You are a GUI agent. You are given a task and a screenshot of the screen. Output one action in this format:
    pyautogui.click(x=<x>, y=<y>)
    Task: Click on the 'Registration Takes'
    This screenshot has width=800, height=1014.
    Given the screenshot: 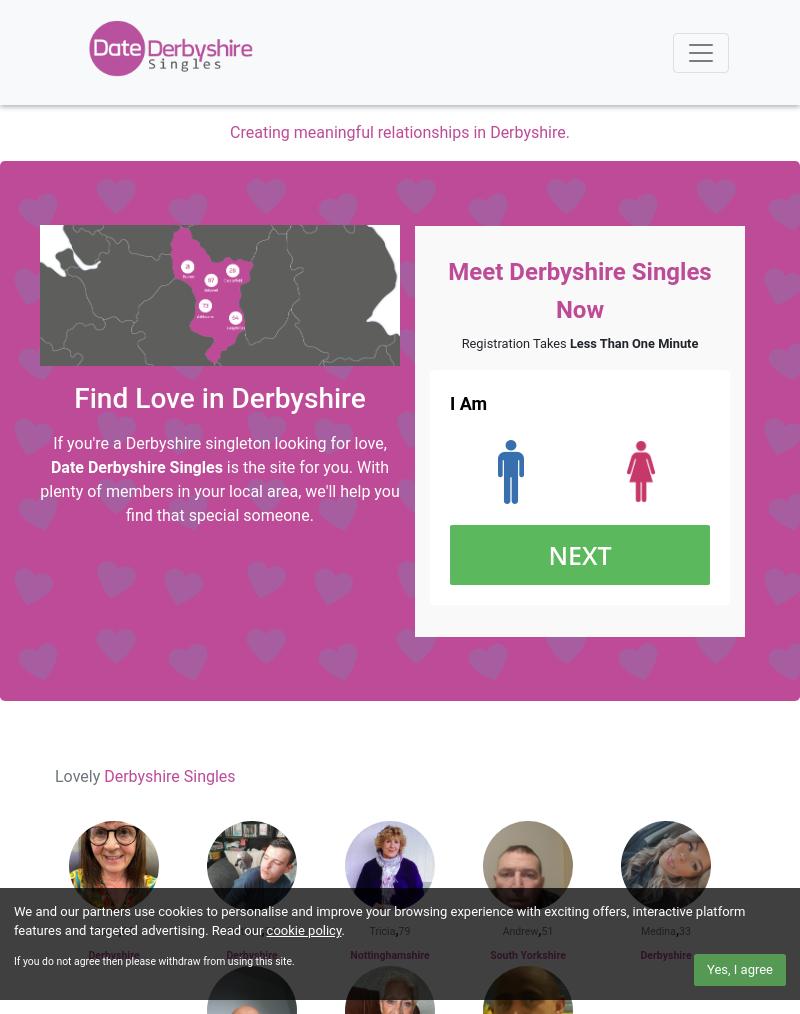 What is the action you would take?
    pyautogui.click(x=460, y=342)
    